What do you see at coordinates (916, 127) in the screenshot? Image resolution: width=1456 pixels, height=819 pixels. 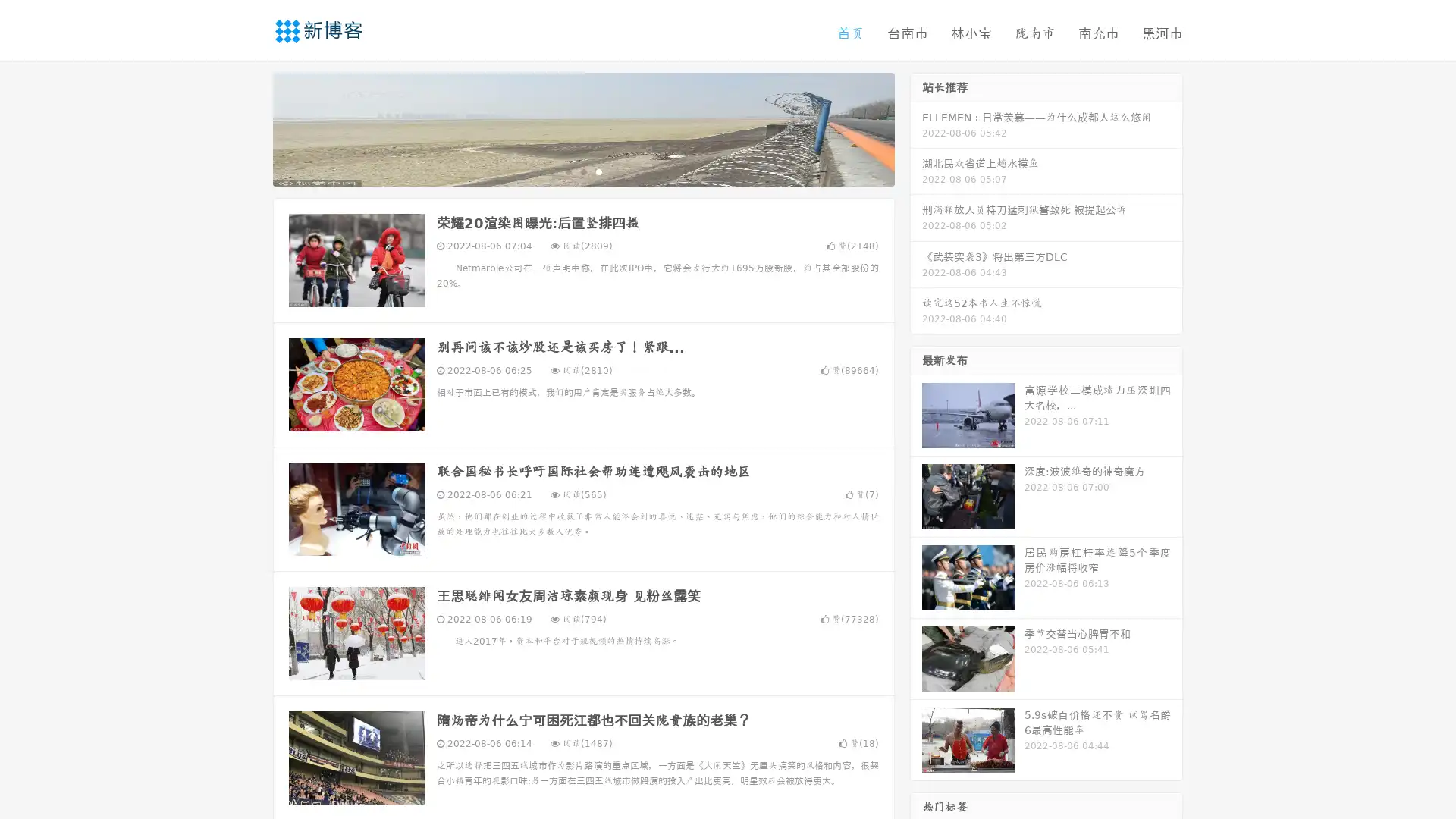 I see `Next slide` at bounding box center [916, 127].